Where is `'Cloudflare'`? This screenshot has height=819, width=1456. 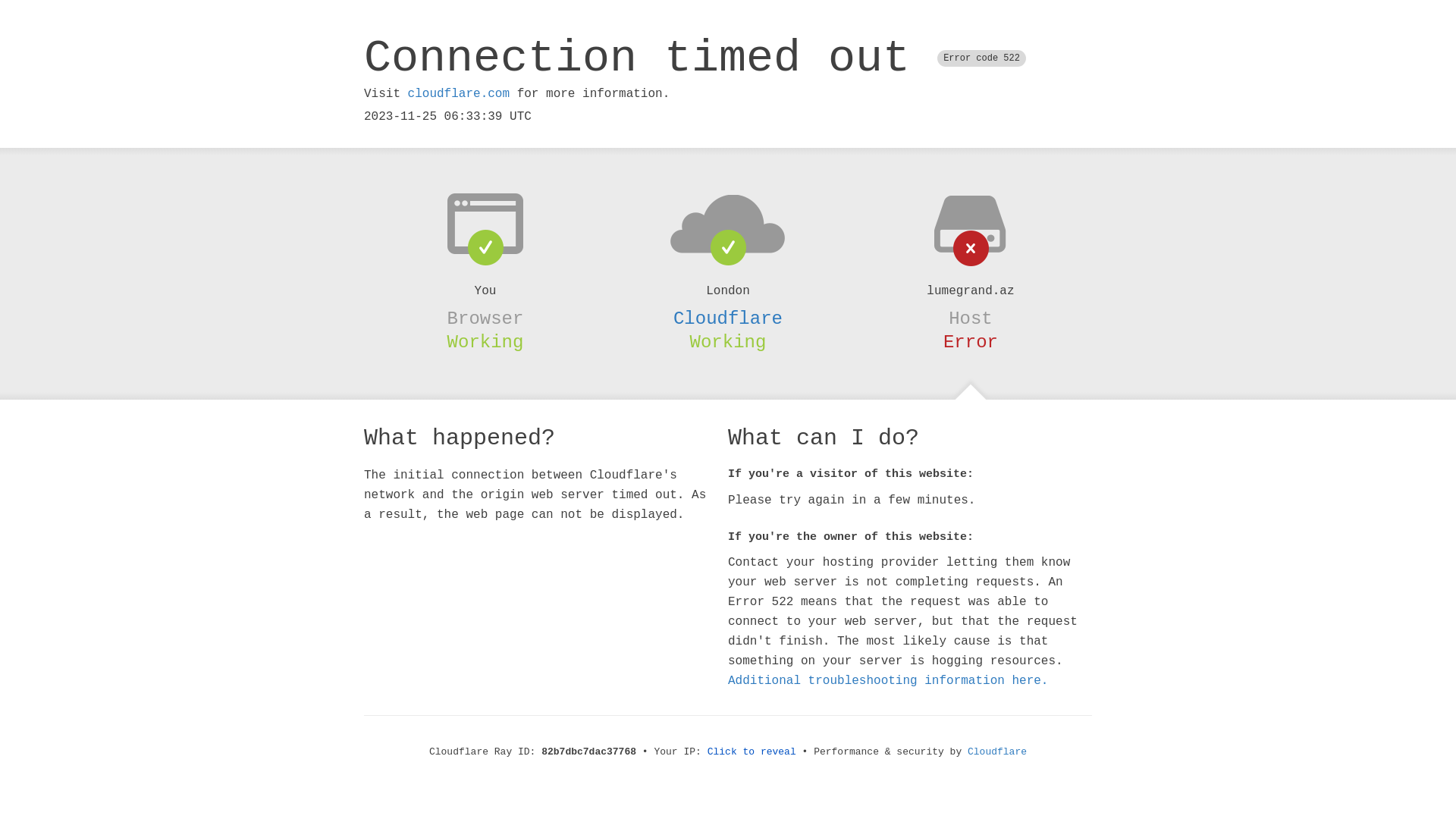 'Cloudflare' is located at coordinates (728, 318).